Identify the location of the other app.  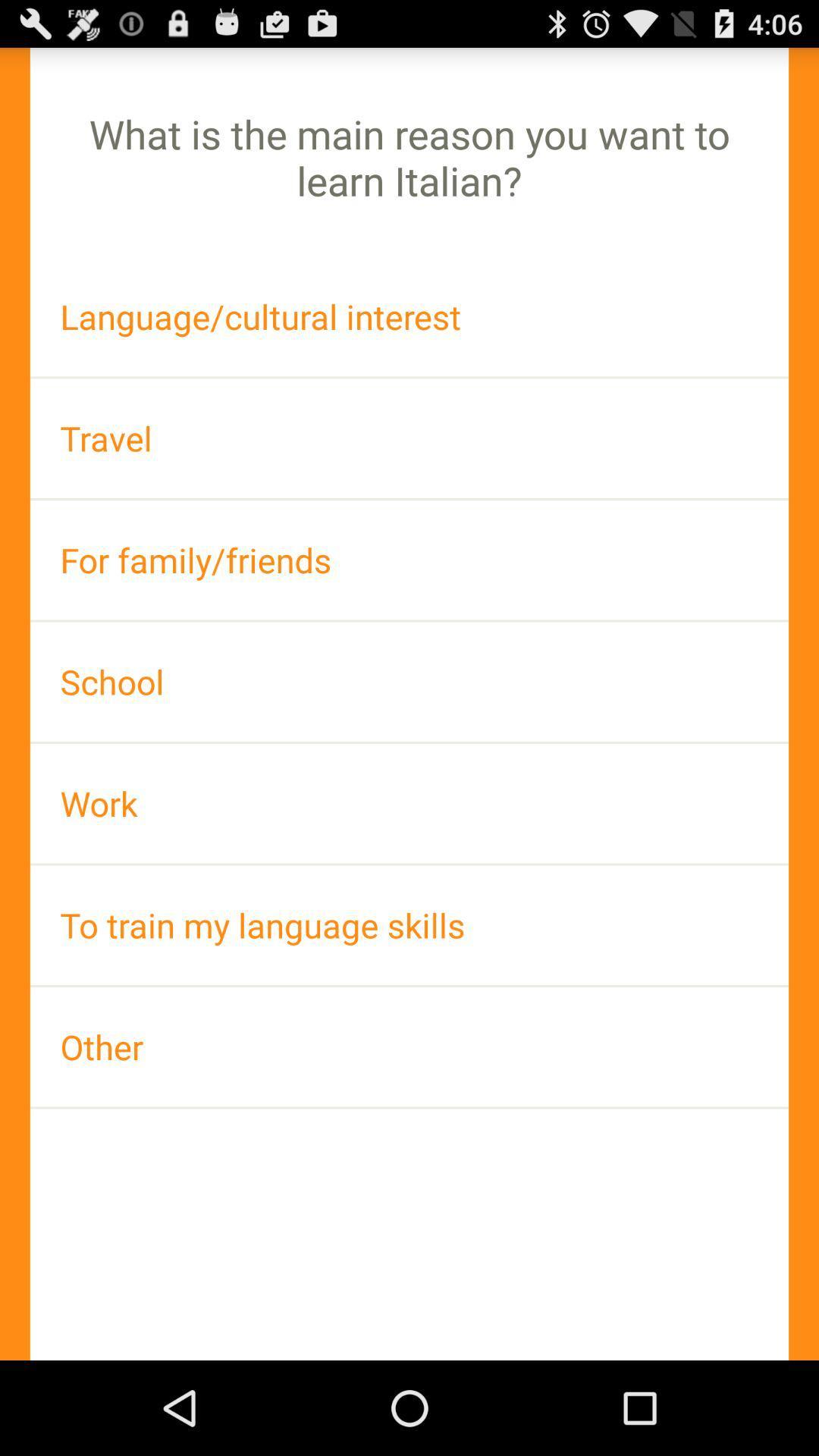
(409, 1046).